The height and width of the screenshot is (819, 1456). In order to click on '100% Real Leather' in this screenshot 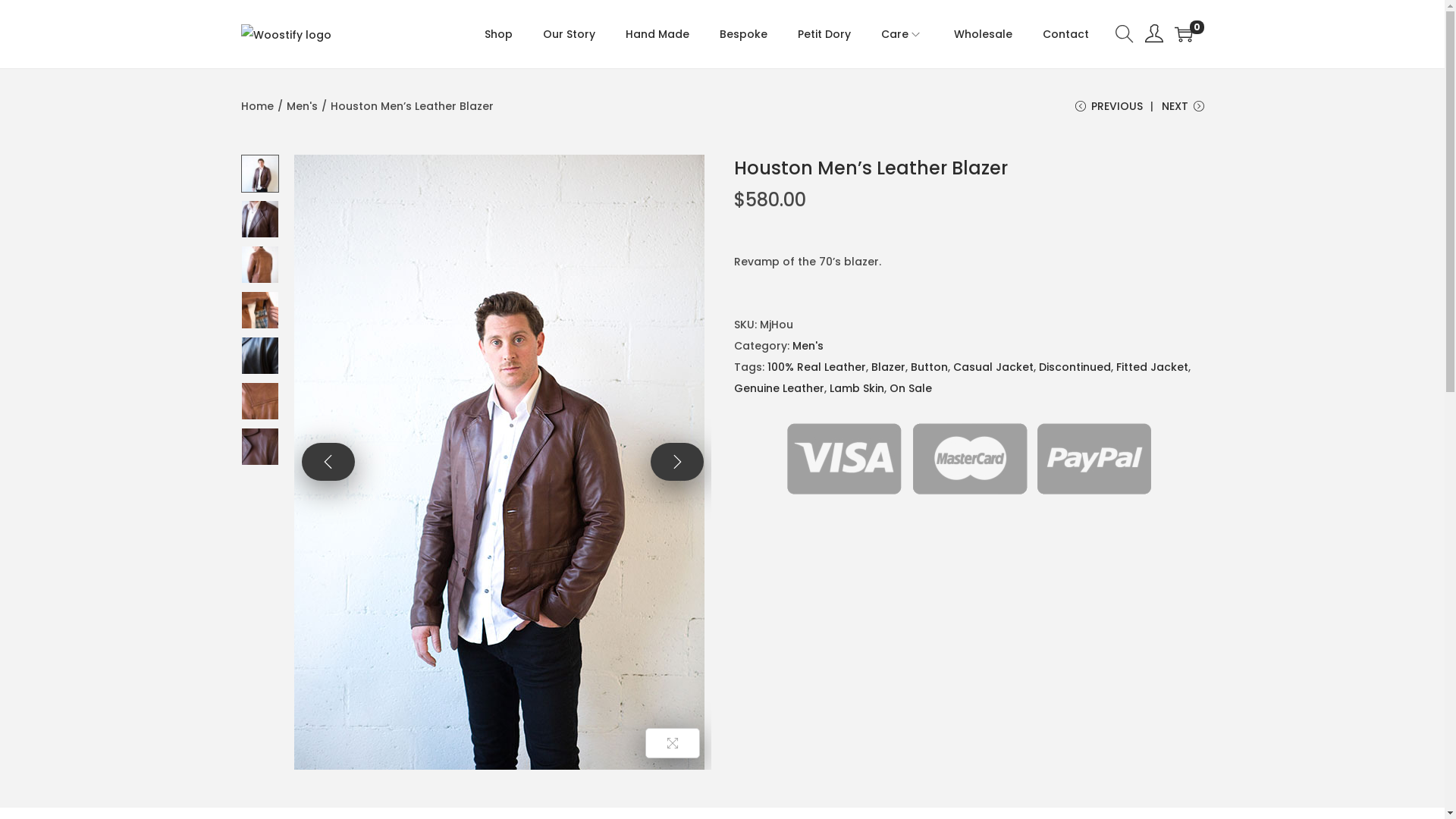, I will do `click(815, 366)`.